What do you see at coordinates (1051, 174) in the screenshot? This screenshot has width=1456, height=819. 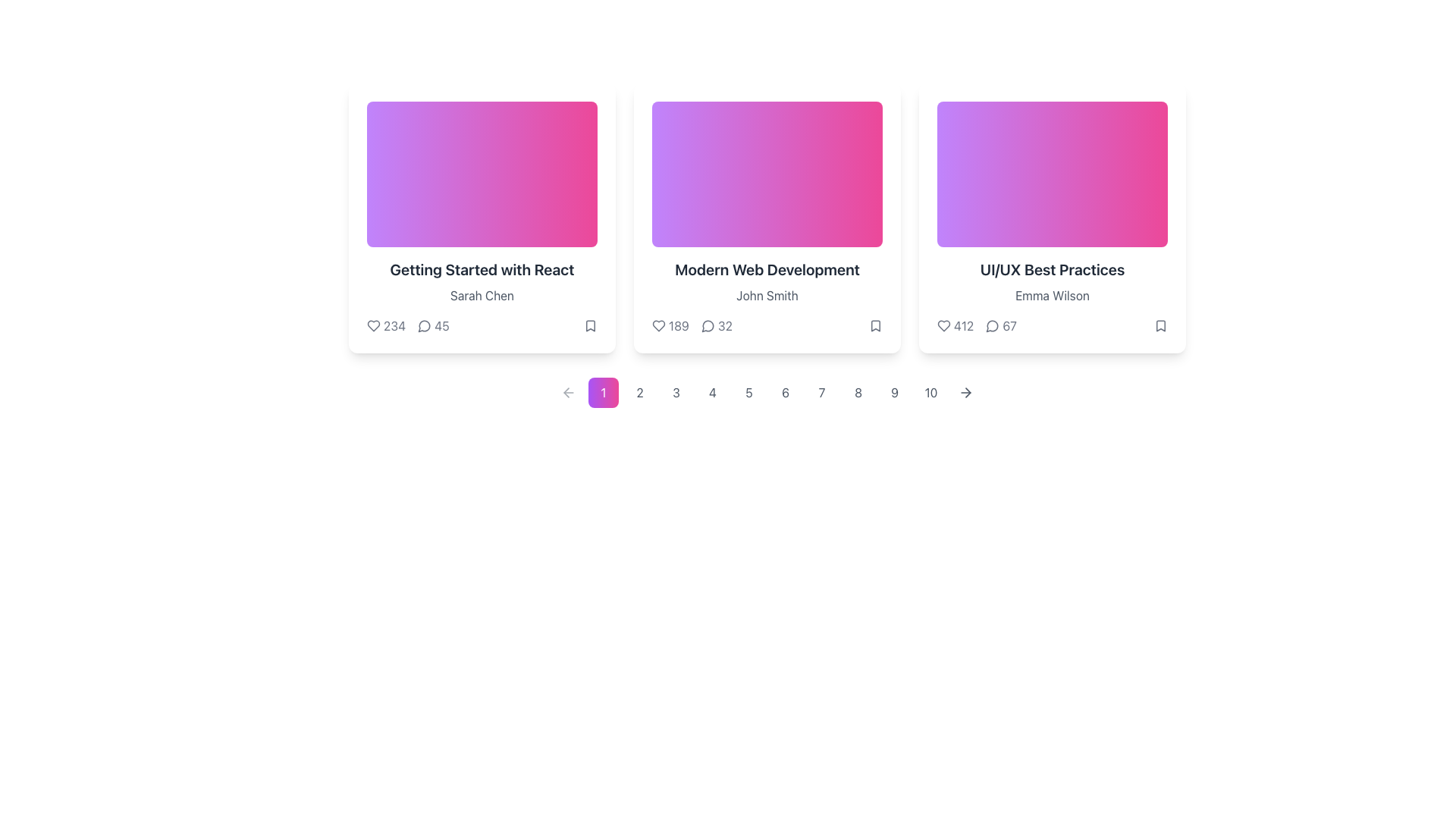 I see `the Decorative block, which is a rectangular element with a gradient background transitioning from purple to pink, located at the topmost section of the card titled 'UI/UX Best Practices.'` at bounding box center [1051, 174].